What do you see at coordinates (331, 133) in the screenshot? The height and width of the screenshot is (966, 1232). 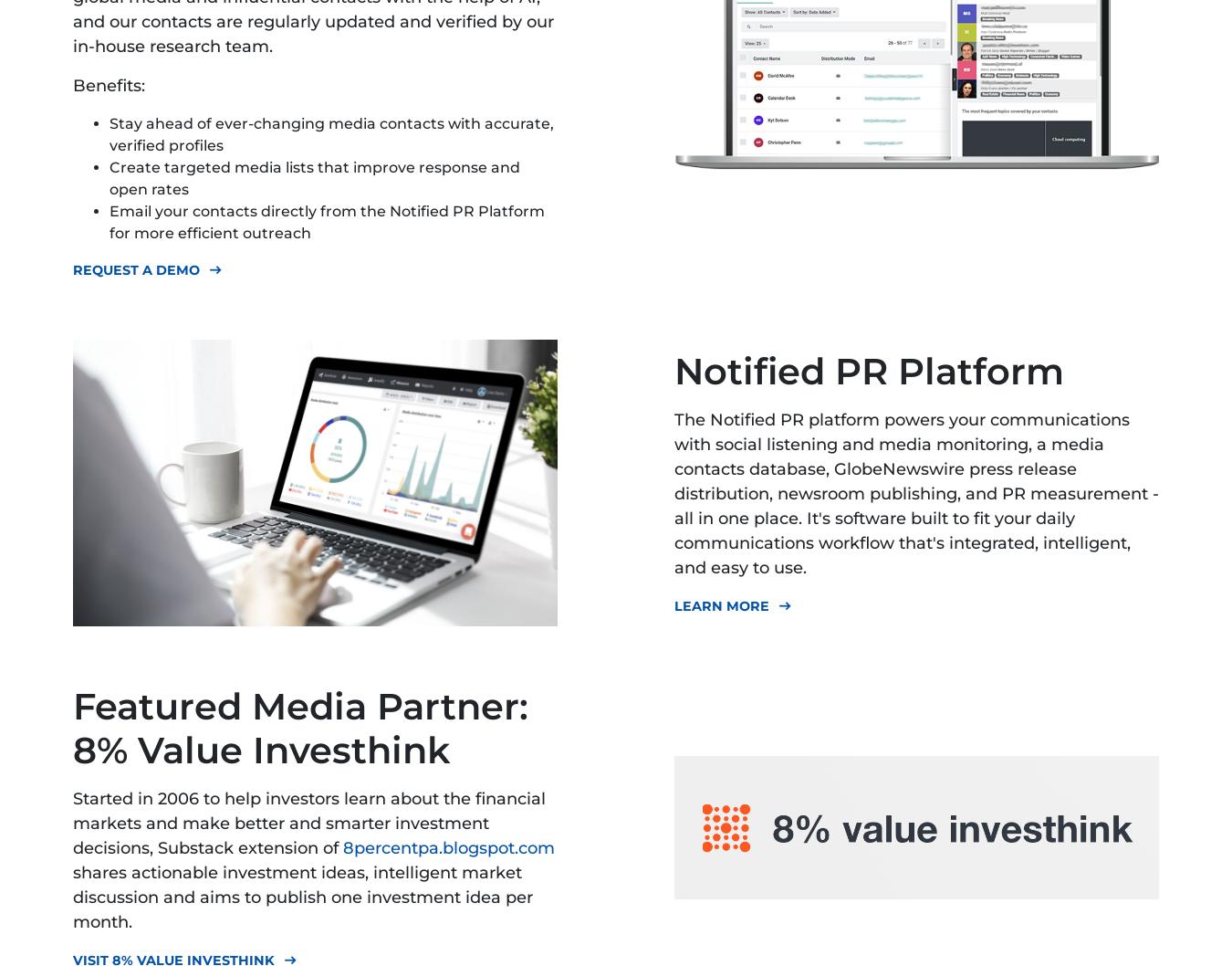 I see `'Stay ahead of ever-changing media contacts with accurate, verified profiles'` at bounding box center [331, 133].